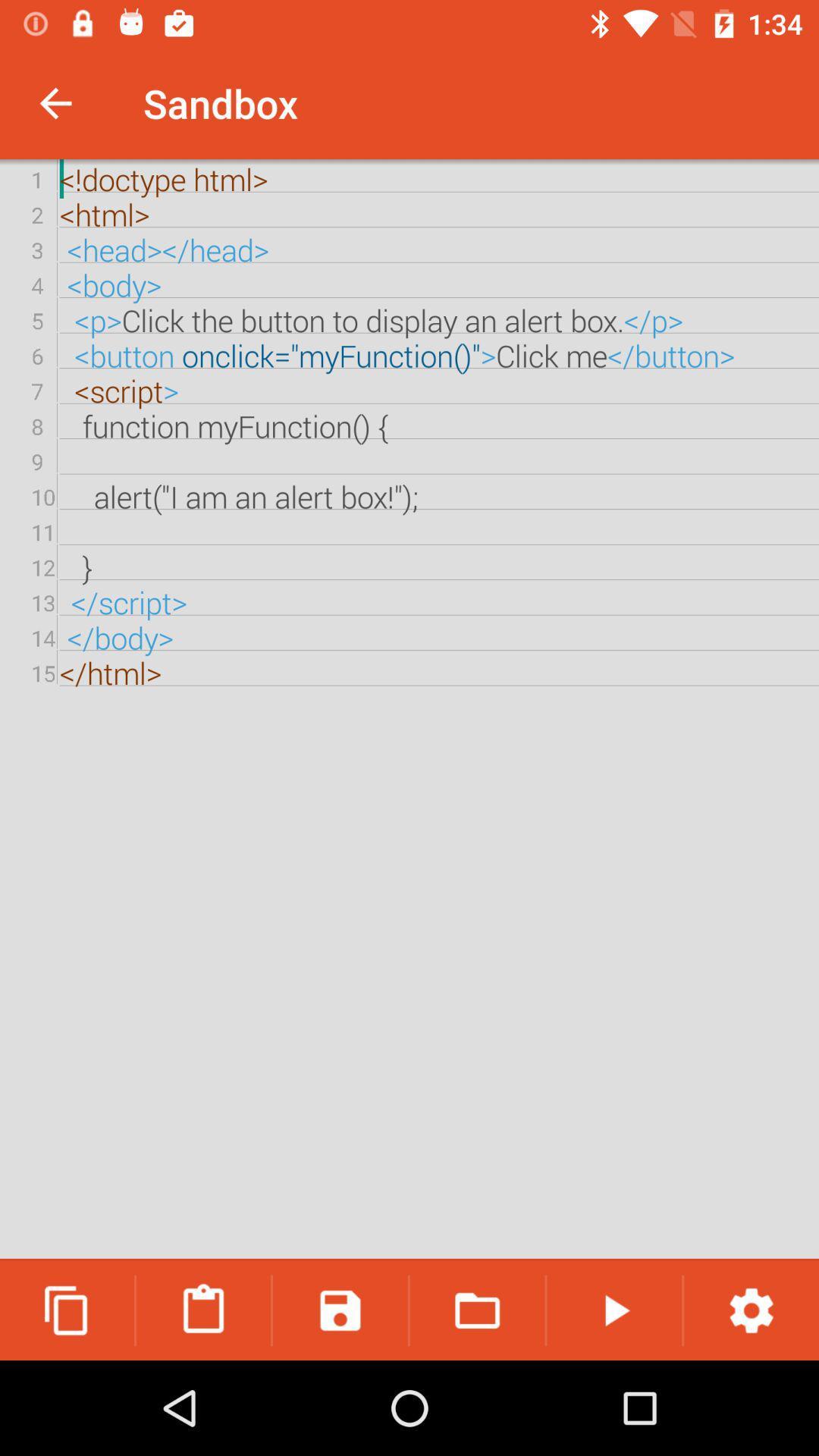 This screenshot has width=819, height=1456. I want to click on the delete icon, so click(202, 1310).